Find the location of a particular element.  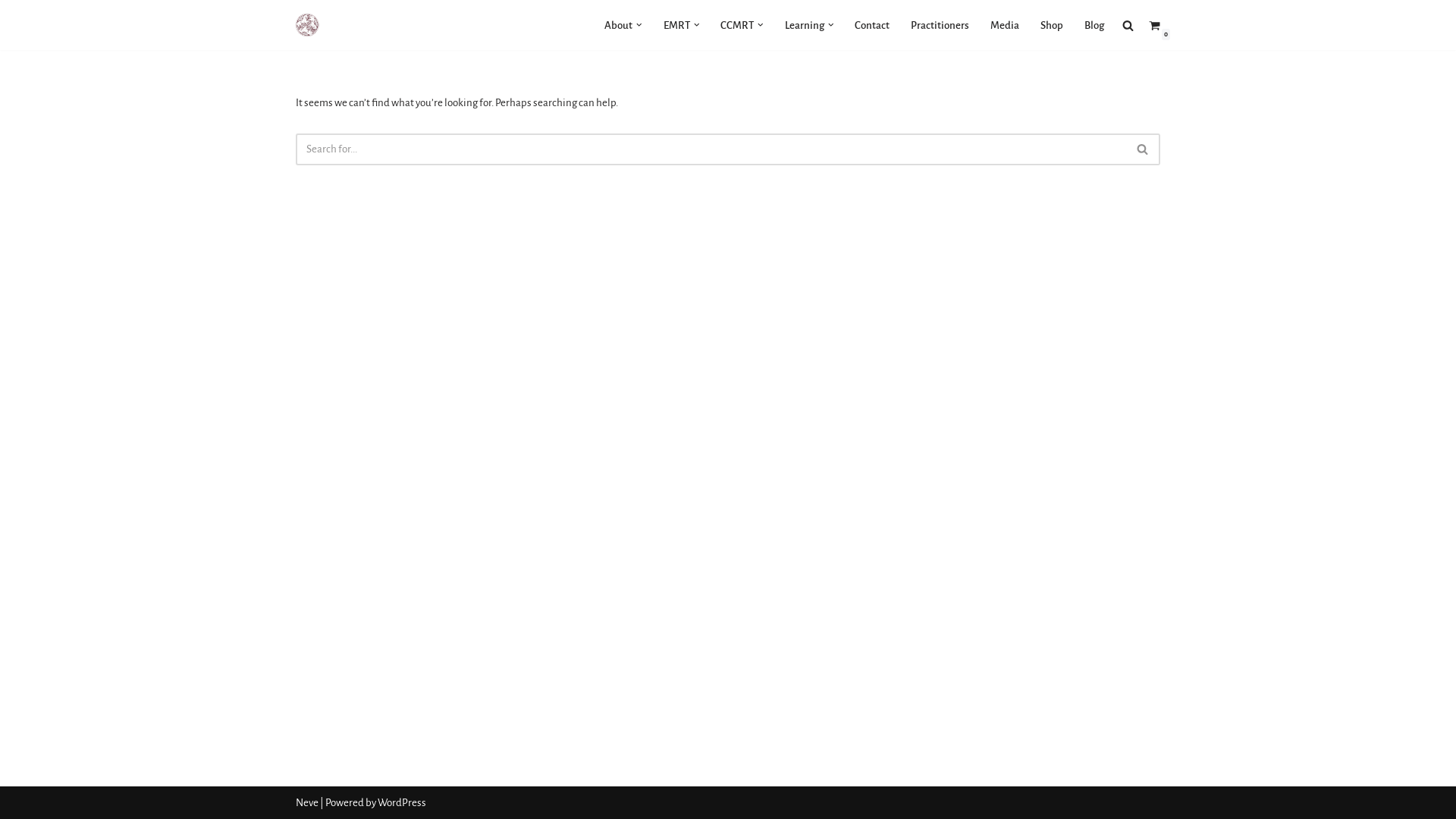

'Practitioners' is located at coordinates (939, 24).